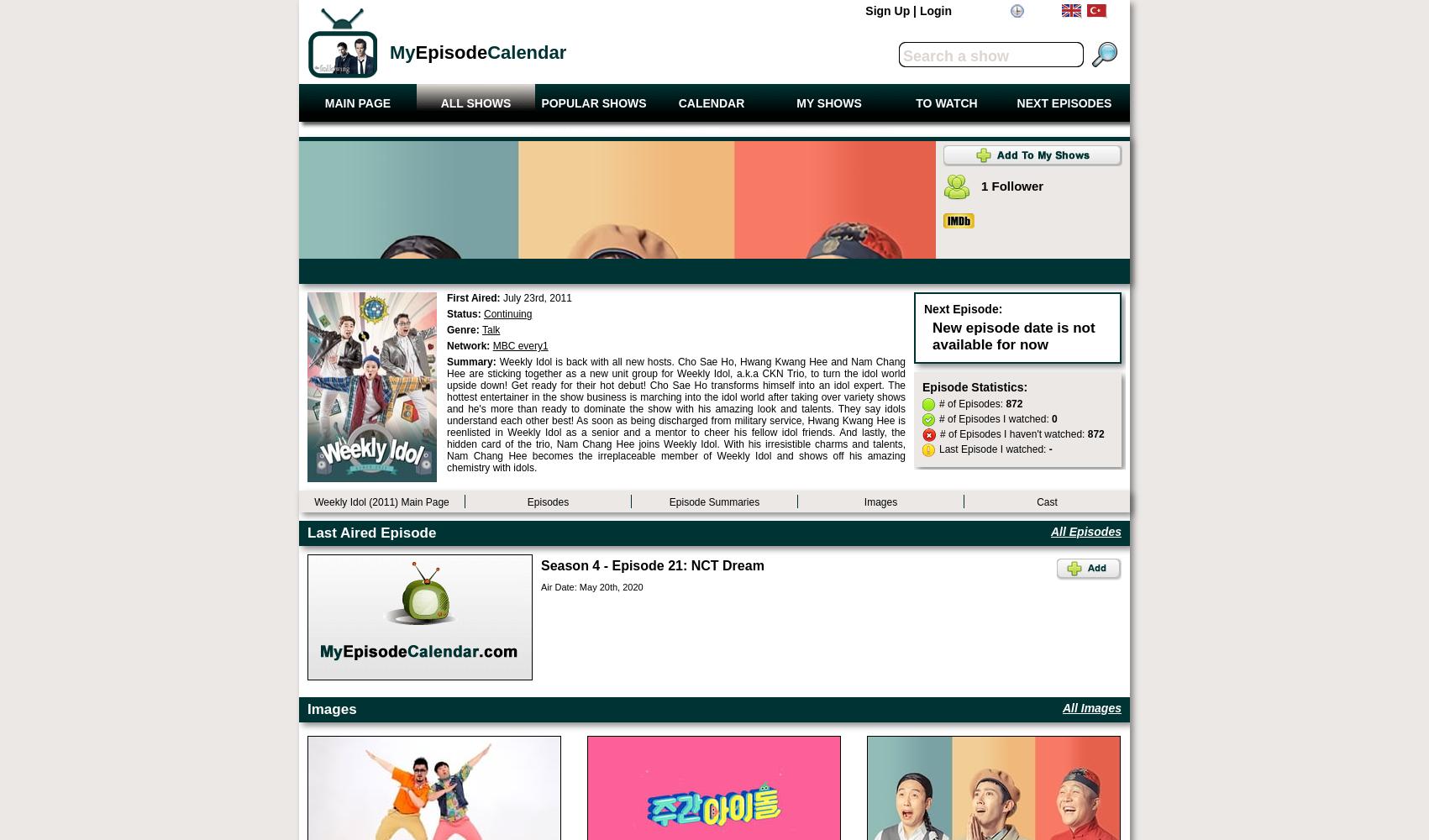 This screenshot has width=1429, height=840. What do you see at coordinates (1048, 449) in the screenshot?
I see `'-'` at bounding box center [1048, 449].